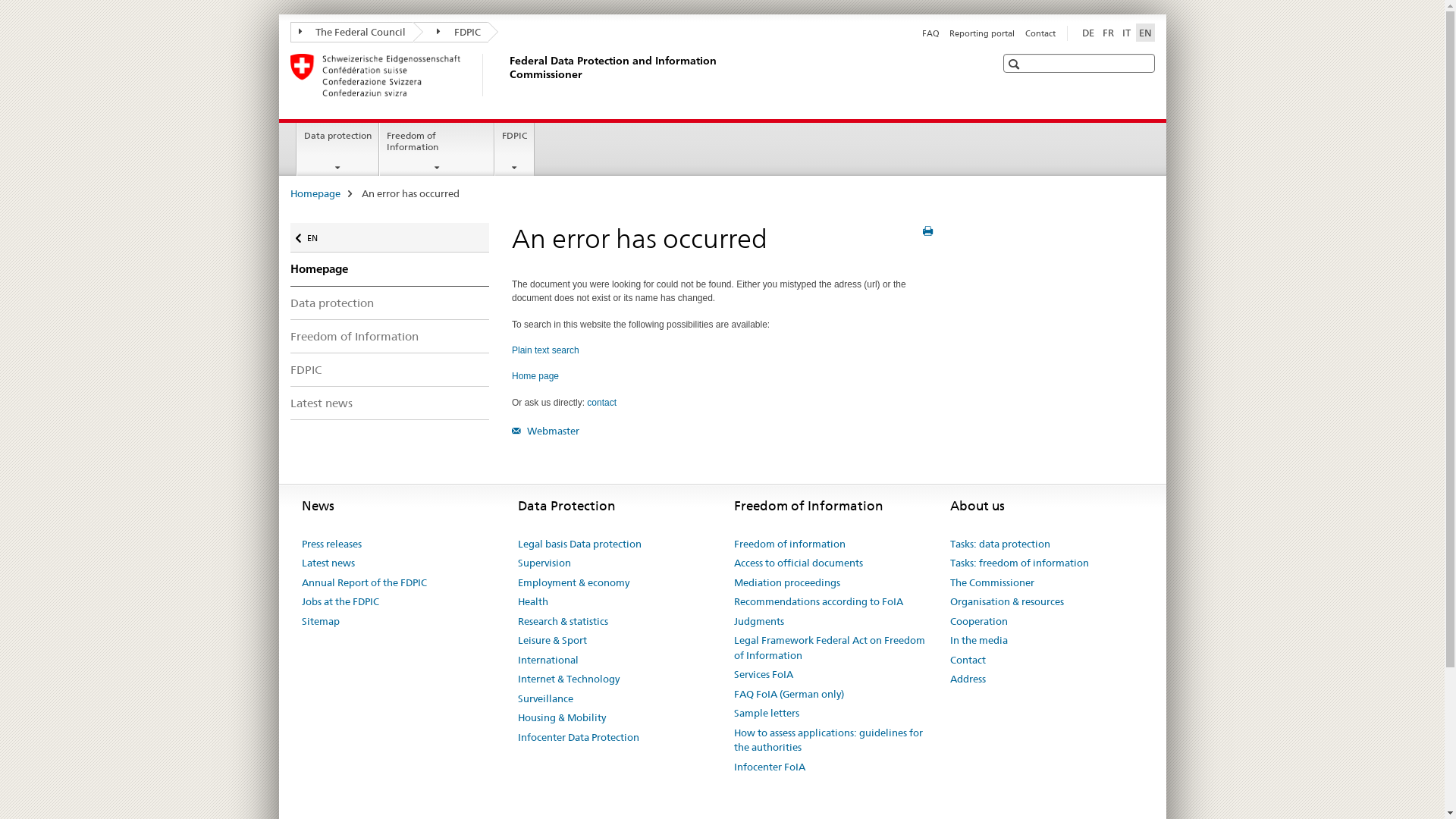 The width and height of the screenshot is (1456, 819). What do you see at coordinates (991, 582) in the screenshot?
I see `'The Commissioner'` at bounding box center [991, 582].